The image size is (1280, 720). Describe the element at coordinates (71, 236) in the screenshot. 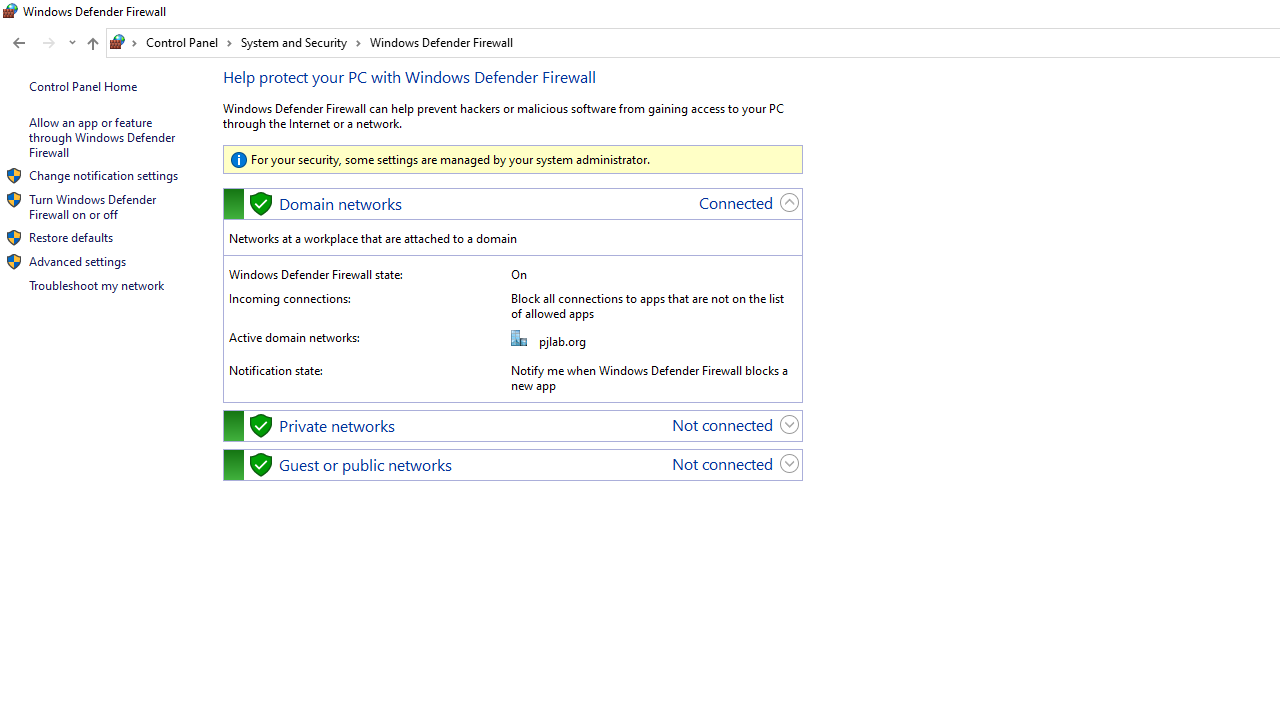

I see `'Restore defaults'` at that location.